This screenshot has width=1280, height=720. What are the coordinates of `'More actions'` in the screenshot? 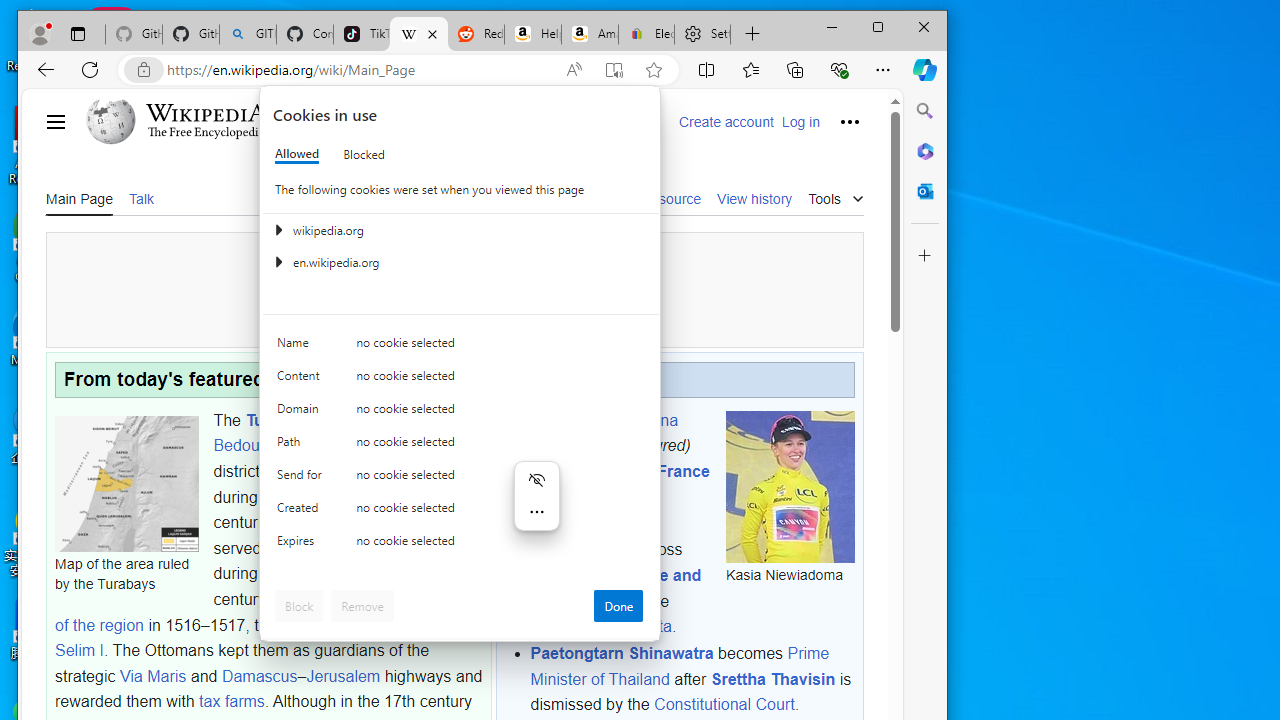 It's located at (536, 510).